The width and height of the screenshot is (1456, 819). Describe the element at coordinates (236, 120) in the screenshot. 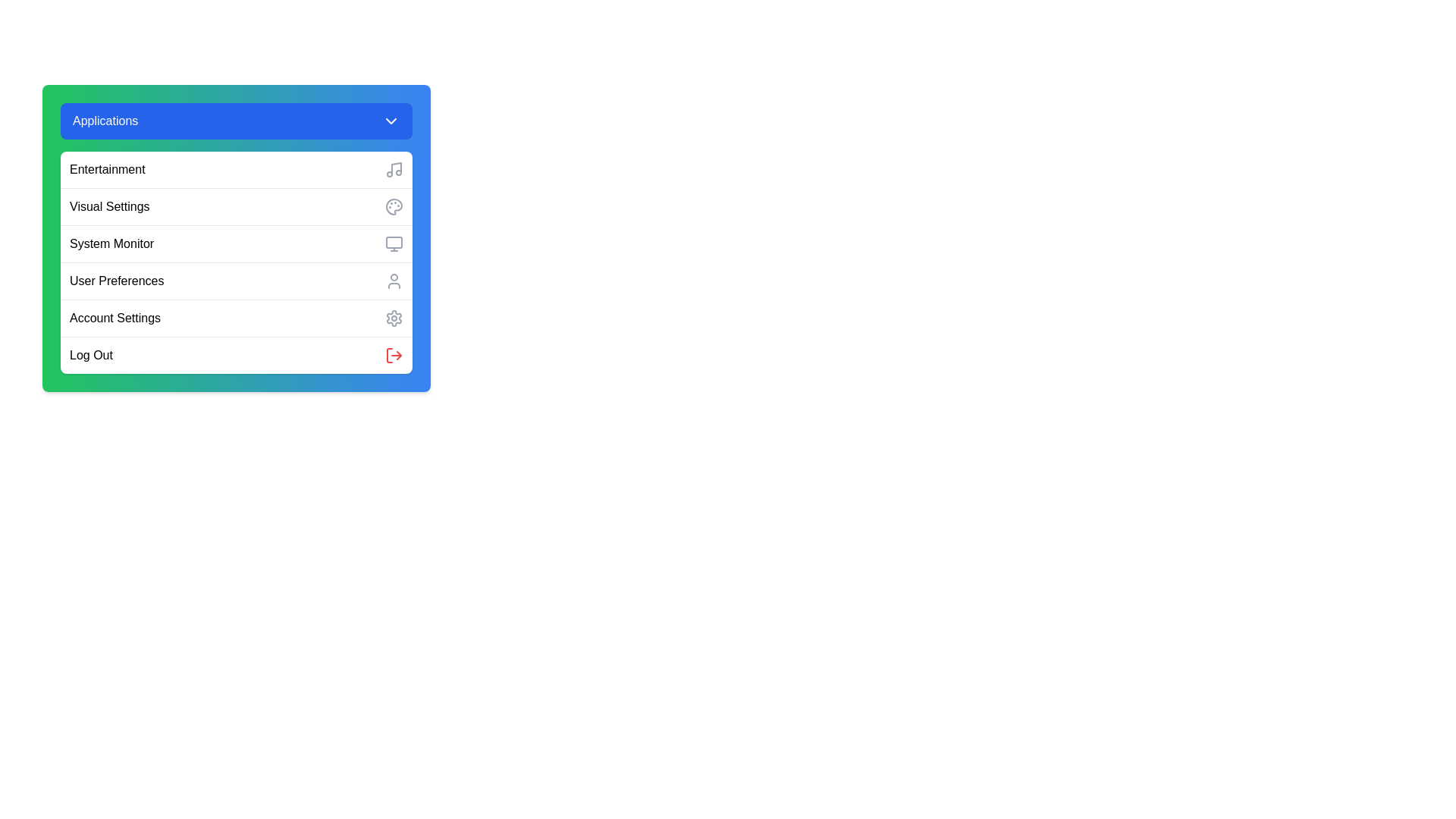

I see `the 'Applications' button to toggle the menu visibility` at that location.